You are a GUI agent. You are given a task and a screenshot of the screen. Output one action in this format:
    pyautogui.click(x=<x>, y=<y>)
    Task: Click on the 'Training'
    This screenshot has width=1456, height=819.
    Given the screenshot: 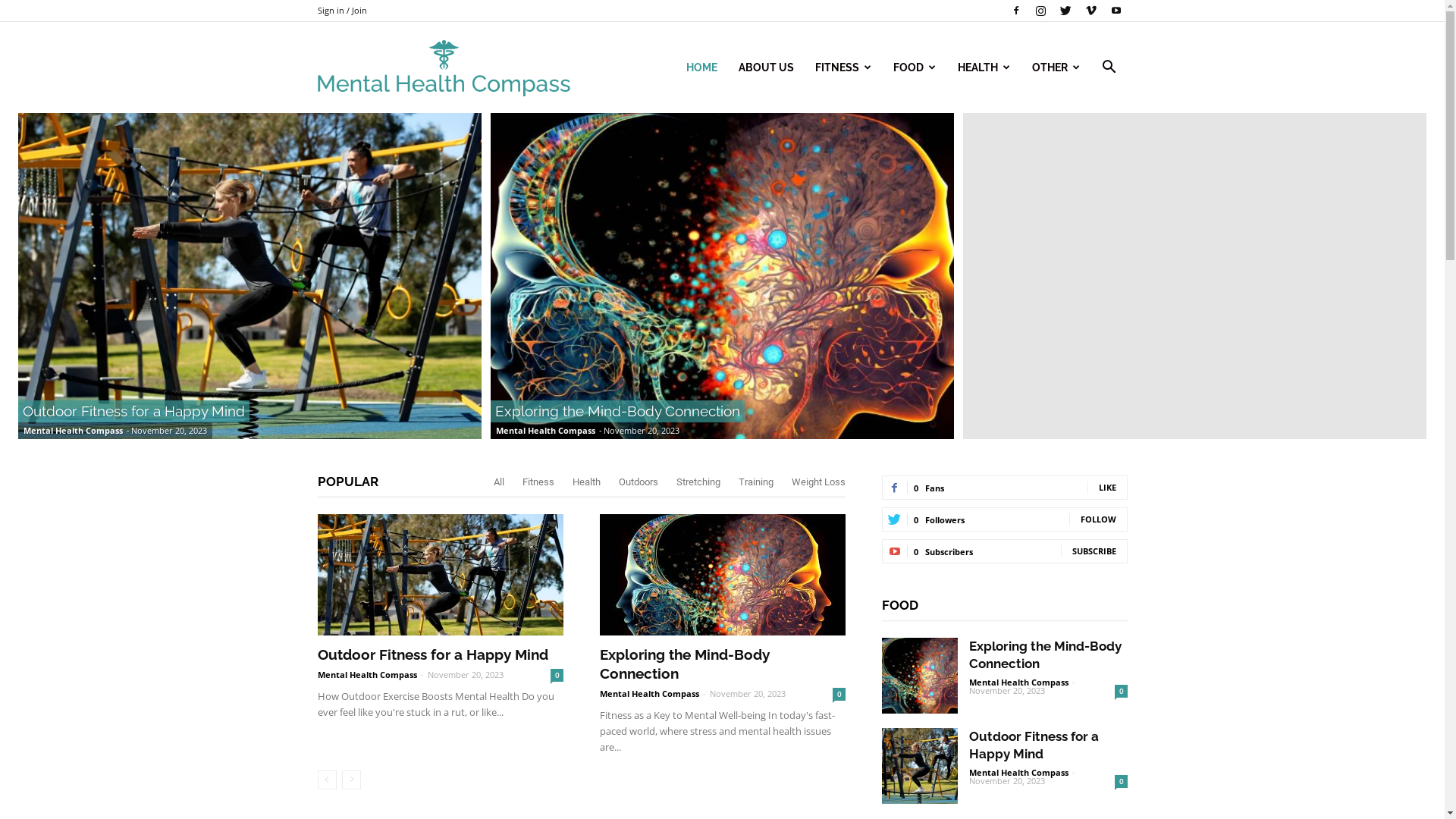 What is the action you would take?
    pyautogui.click(x=756, y=482)
    